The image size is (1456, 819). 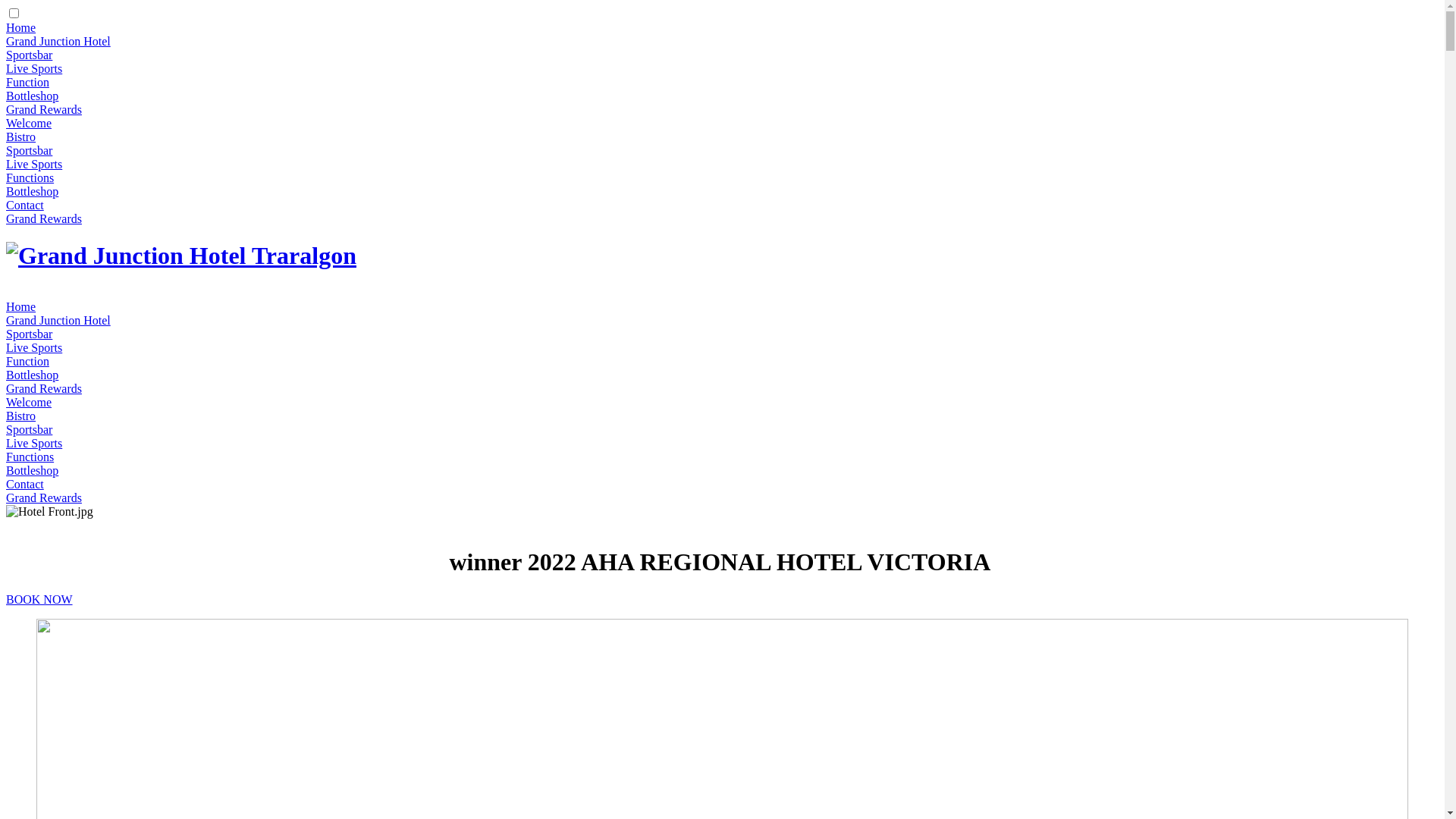 I want to click on 'Sportsbar', so click(x=29, y=333).